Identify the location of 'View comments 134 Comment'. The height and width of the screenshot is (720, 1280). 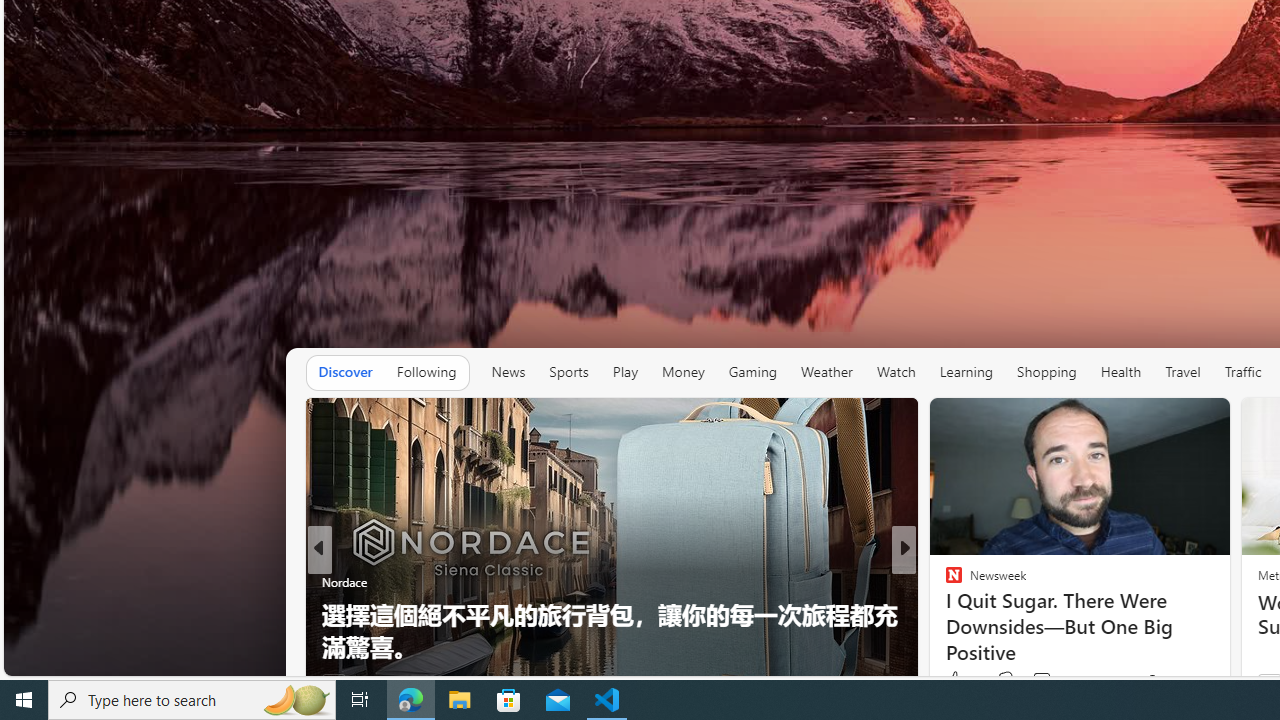
(1036, 680).